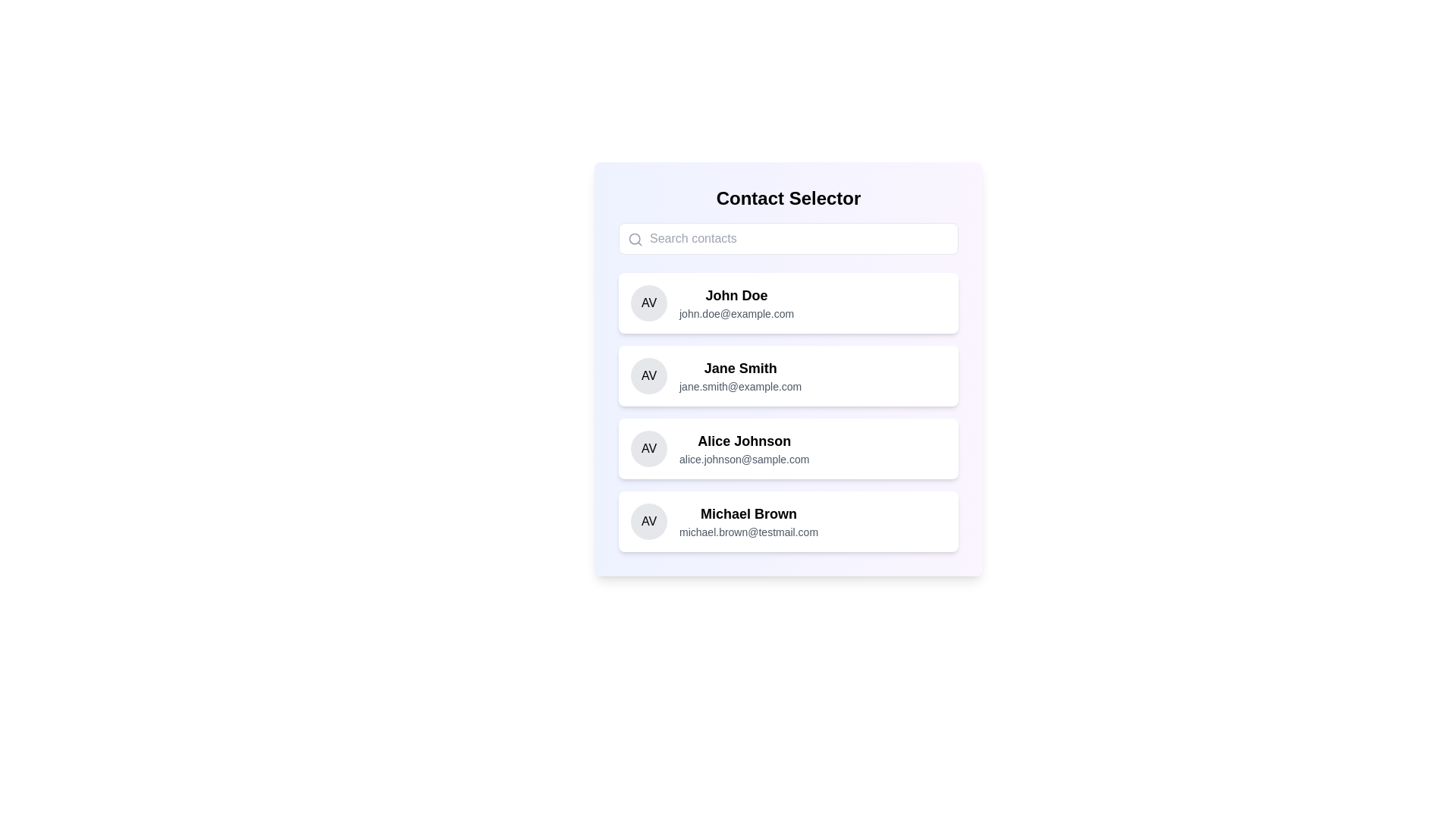 This screenshot has height=819, width=1456. Describe the element at coordinates (748, 520) in the screenshot. I see `on the label containing 'Michael Brown' and 'michael.brown@testmail.com' text, located in the bottom part of the fourth card in a vertical stacked list` at that location.